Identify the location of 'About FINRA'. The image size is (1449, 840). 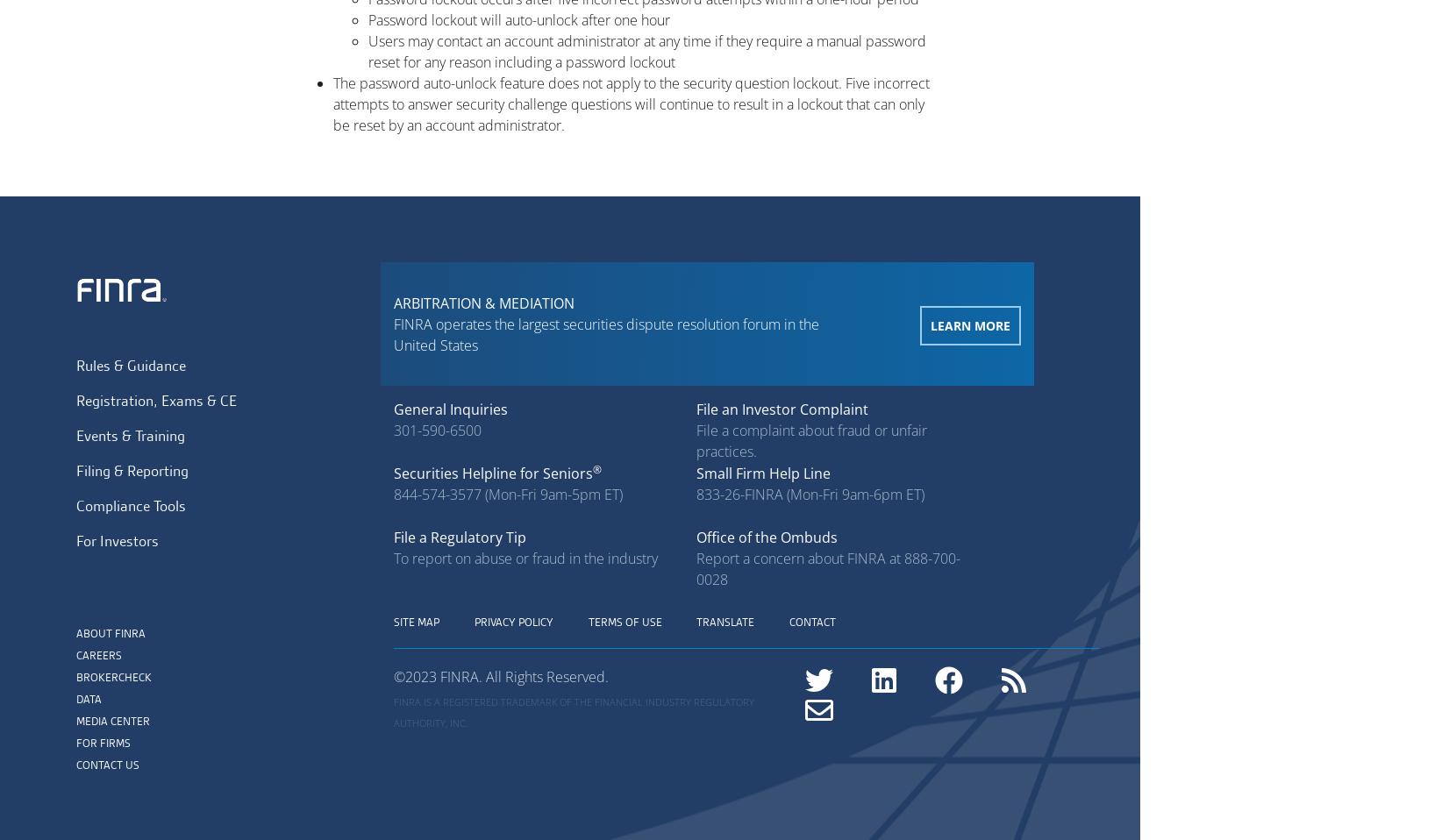
(111, 632).